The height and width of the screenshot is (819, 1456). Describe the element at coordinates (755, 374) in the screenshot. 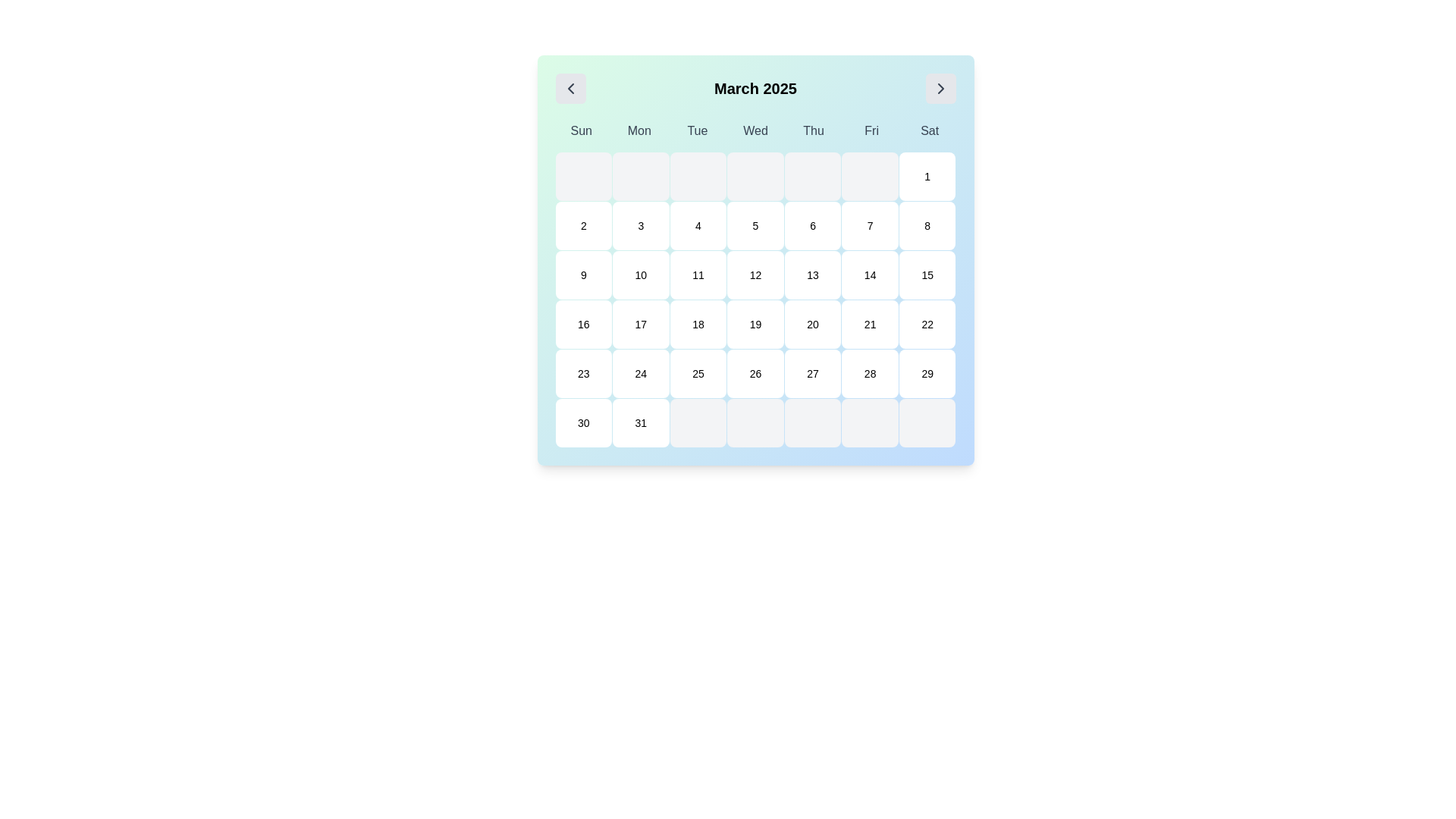

I see `the calendar date button labeled '26'` at that location.